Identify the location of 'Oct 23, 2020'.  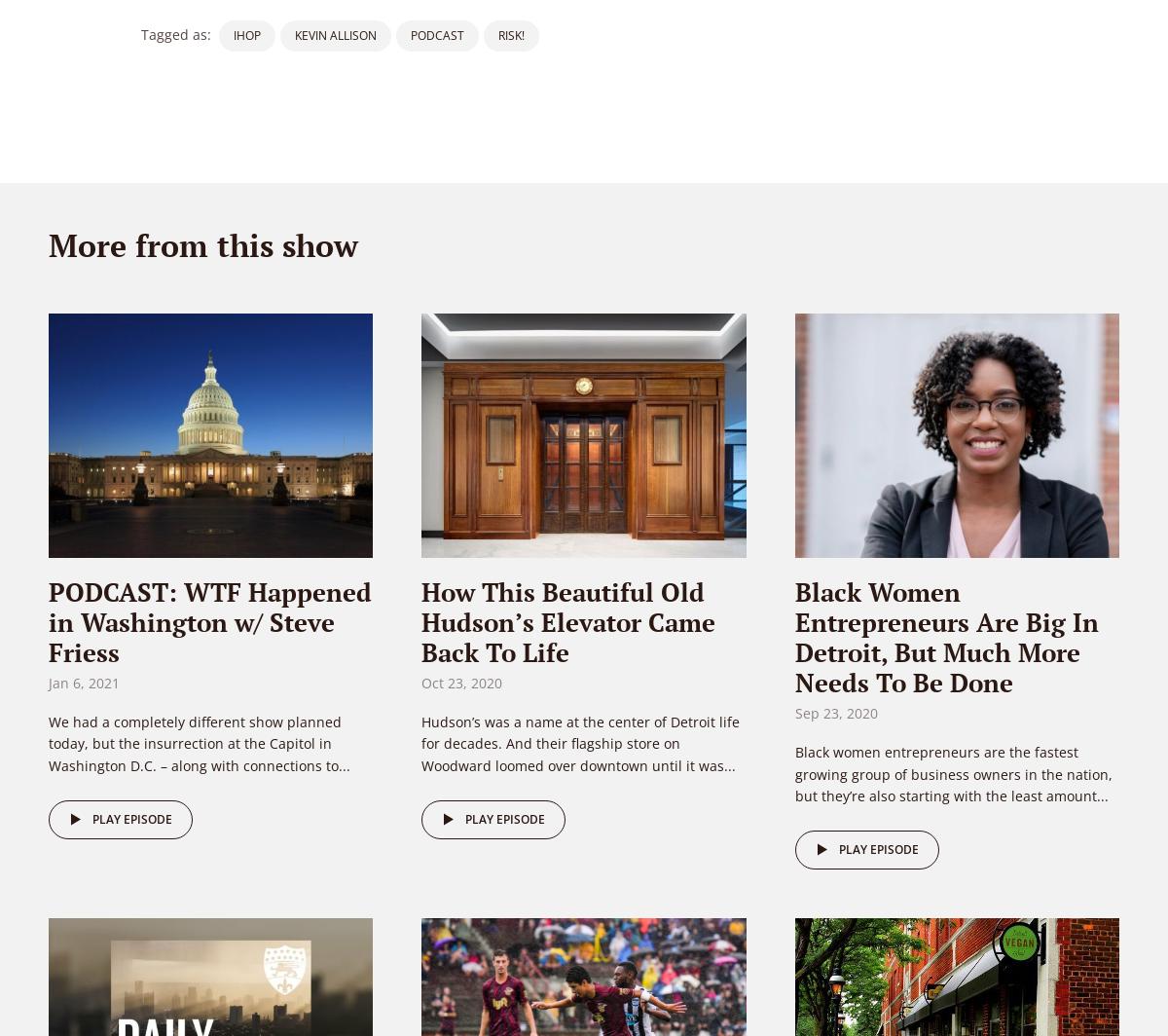
(460, 683).